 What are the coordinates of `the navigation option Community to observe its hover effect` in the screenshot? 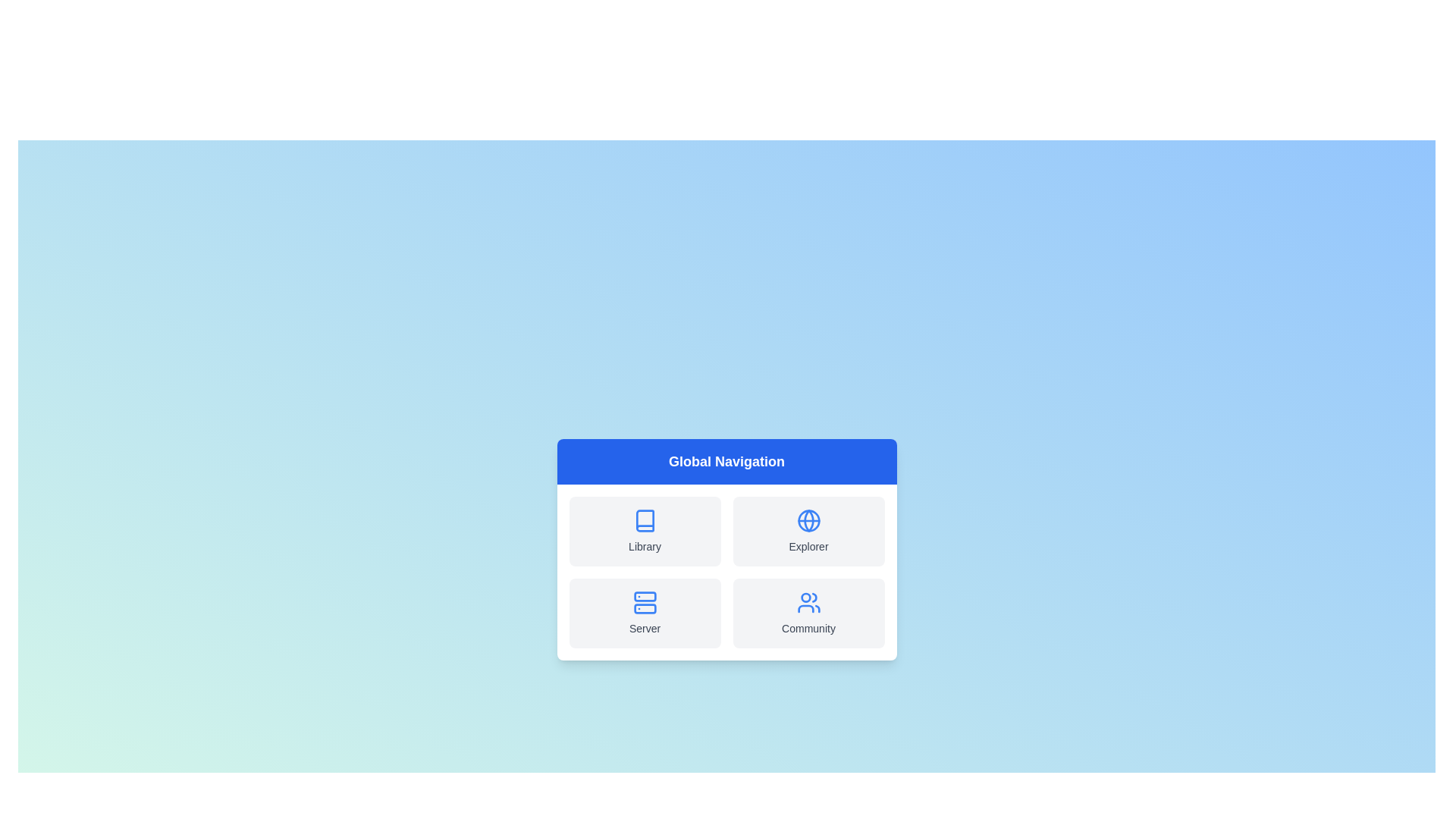 It's located at (808, 613).